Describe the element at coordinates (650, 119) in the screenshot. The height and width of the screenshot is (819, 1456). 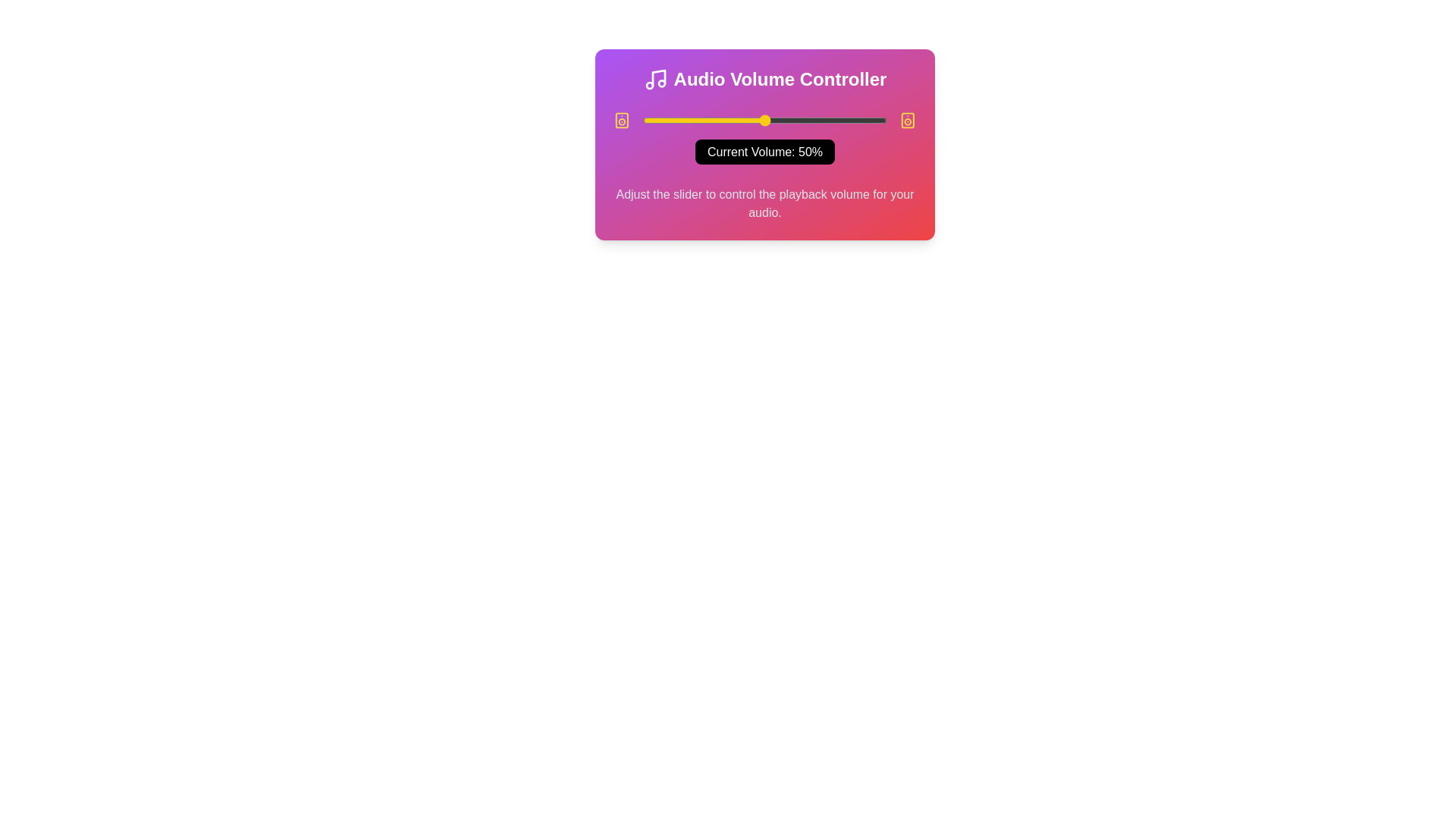
I see `the slider to set the volume to 3%` at that location.